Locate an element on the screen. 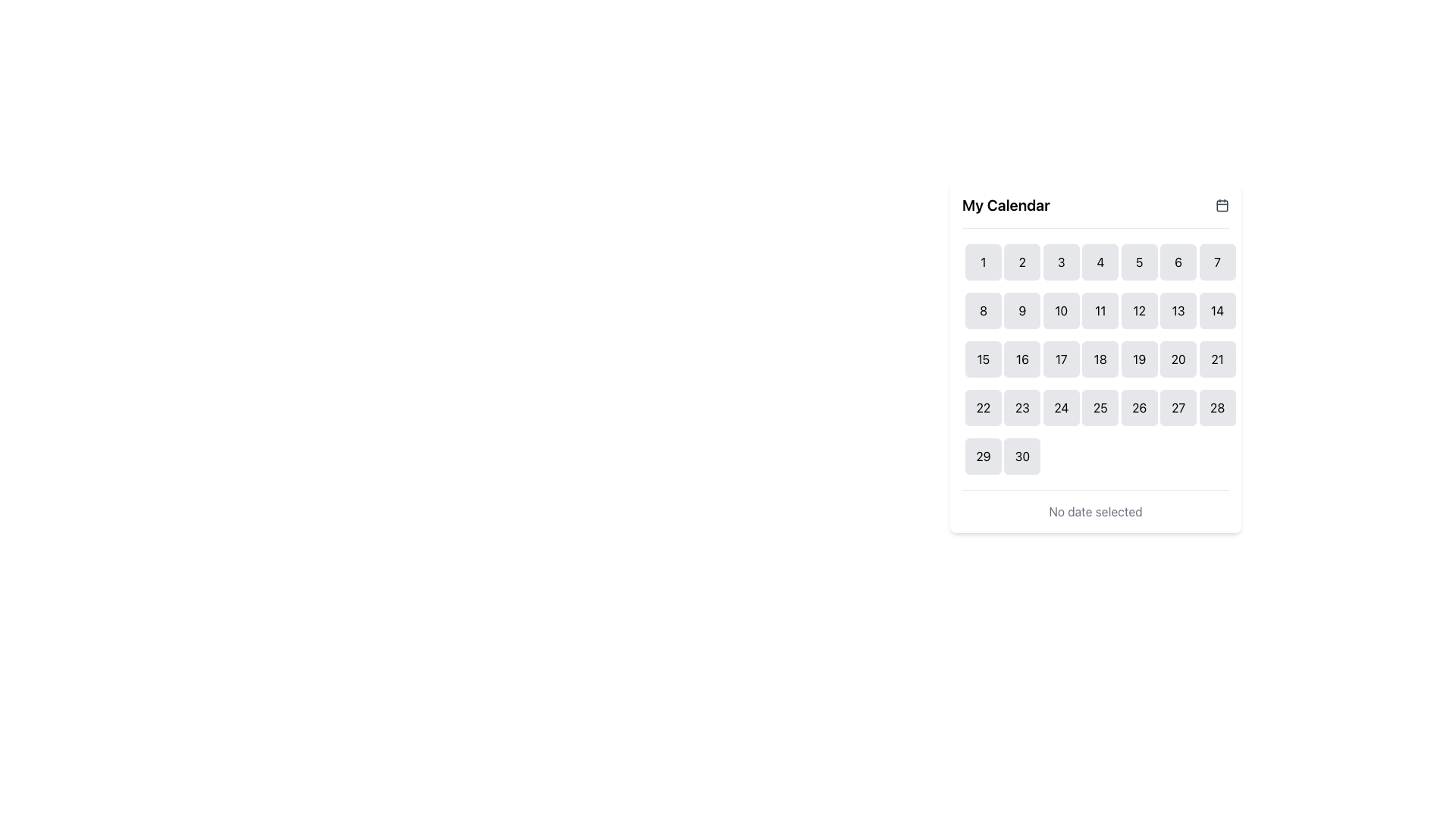 This screenshot has width=1456, height=819. the rectangular button with a light gray background and the black number '26' centered within it is located at coordinates (1139, 406).